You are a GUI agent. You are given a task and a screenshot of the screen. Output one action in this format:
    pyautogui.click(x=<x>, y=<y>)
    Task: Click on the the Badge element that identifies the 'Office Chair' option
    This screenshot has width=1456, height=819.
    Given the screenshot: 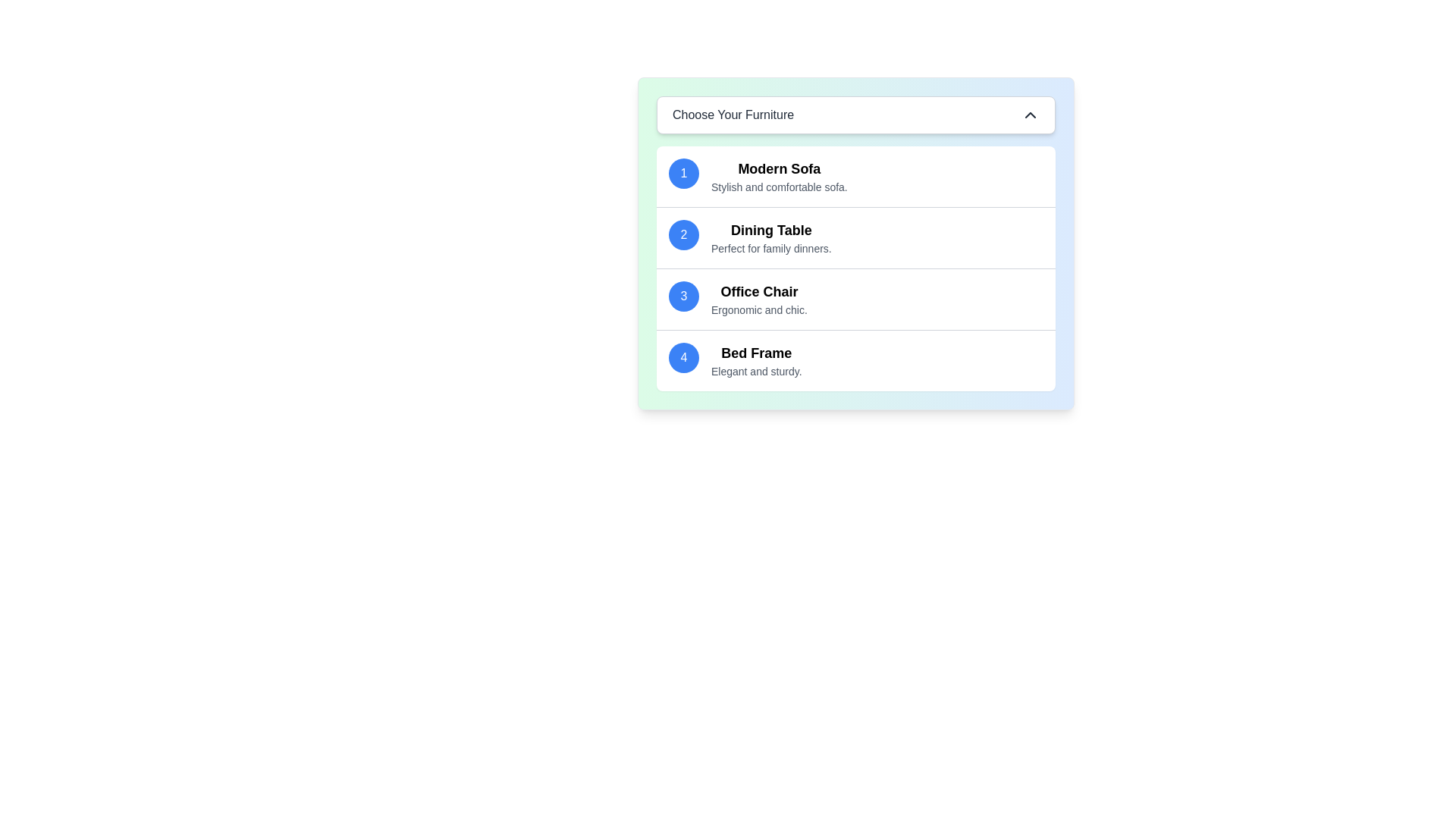 What is the action you would take?
    pyautogui.click(x=683, y=296)
    